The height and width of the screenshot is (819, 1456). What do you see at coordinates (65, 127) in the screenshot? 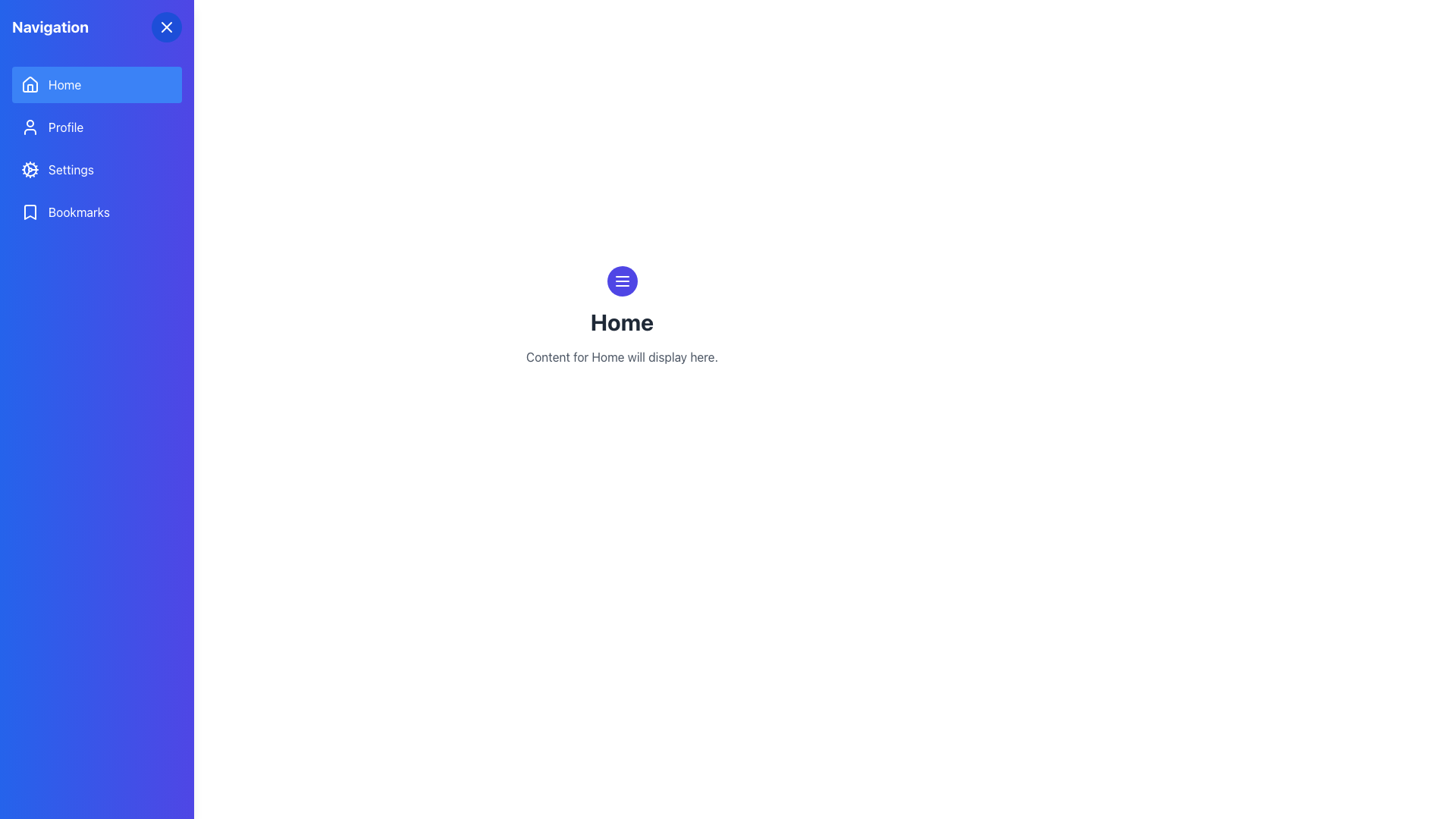
I see `the 'Profile' navigation menu label, which is the second option in the vertical menu on the left side, positioned between 'Home' and 'Settings'` at bounding box center [65, 127].